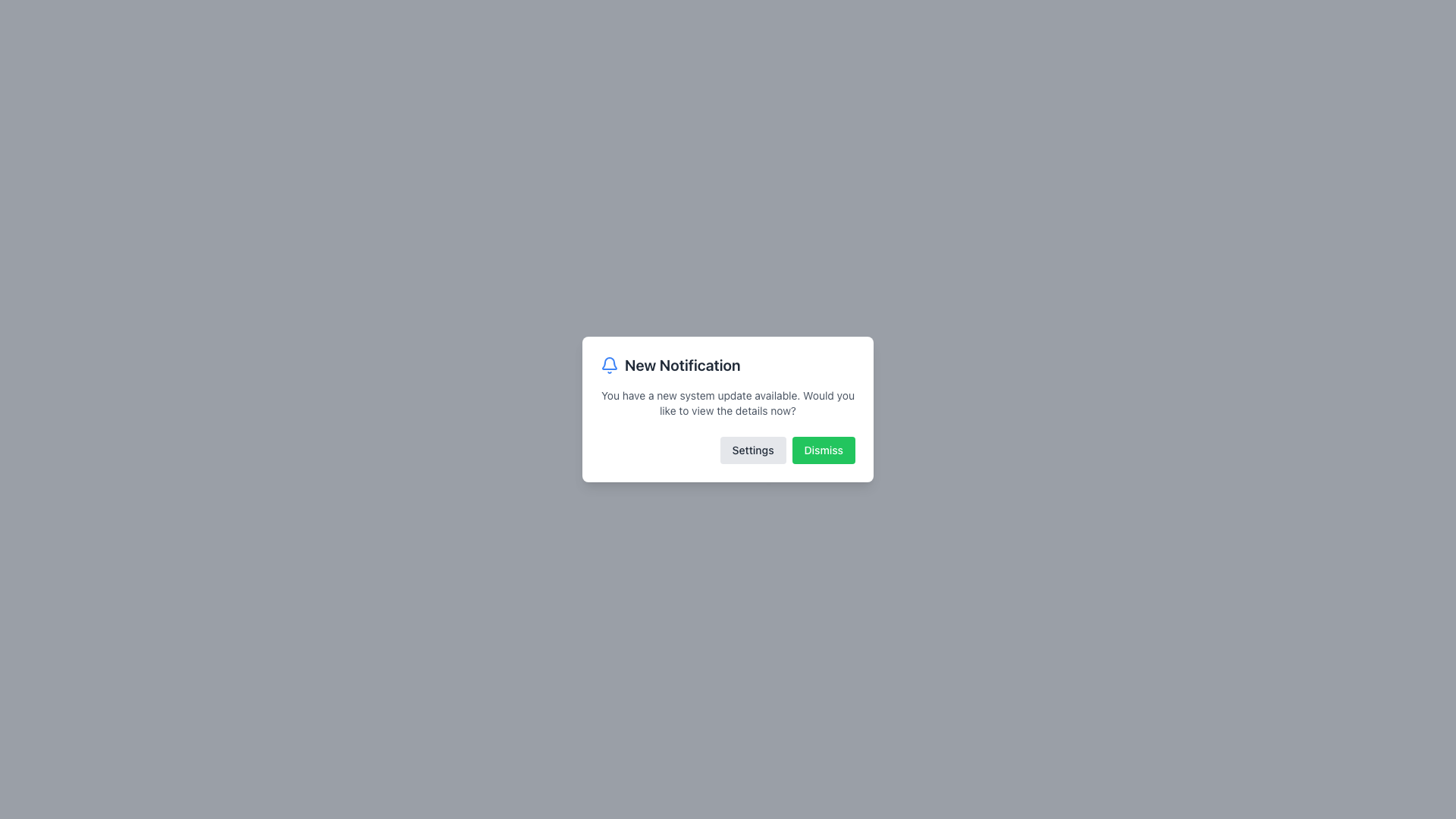  I want to click on the dismiss button located in the bottom-right segment of the modal dialog, so click(823, 450).